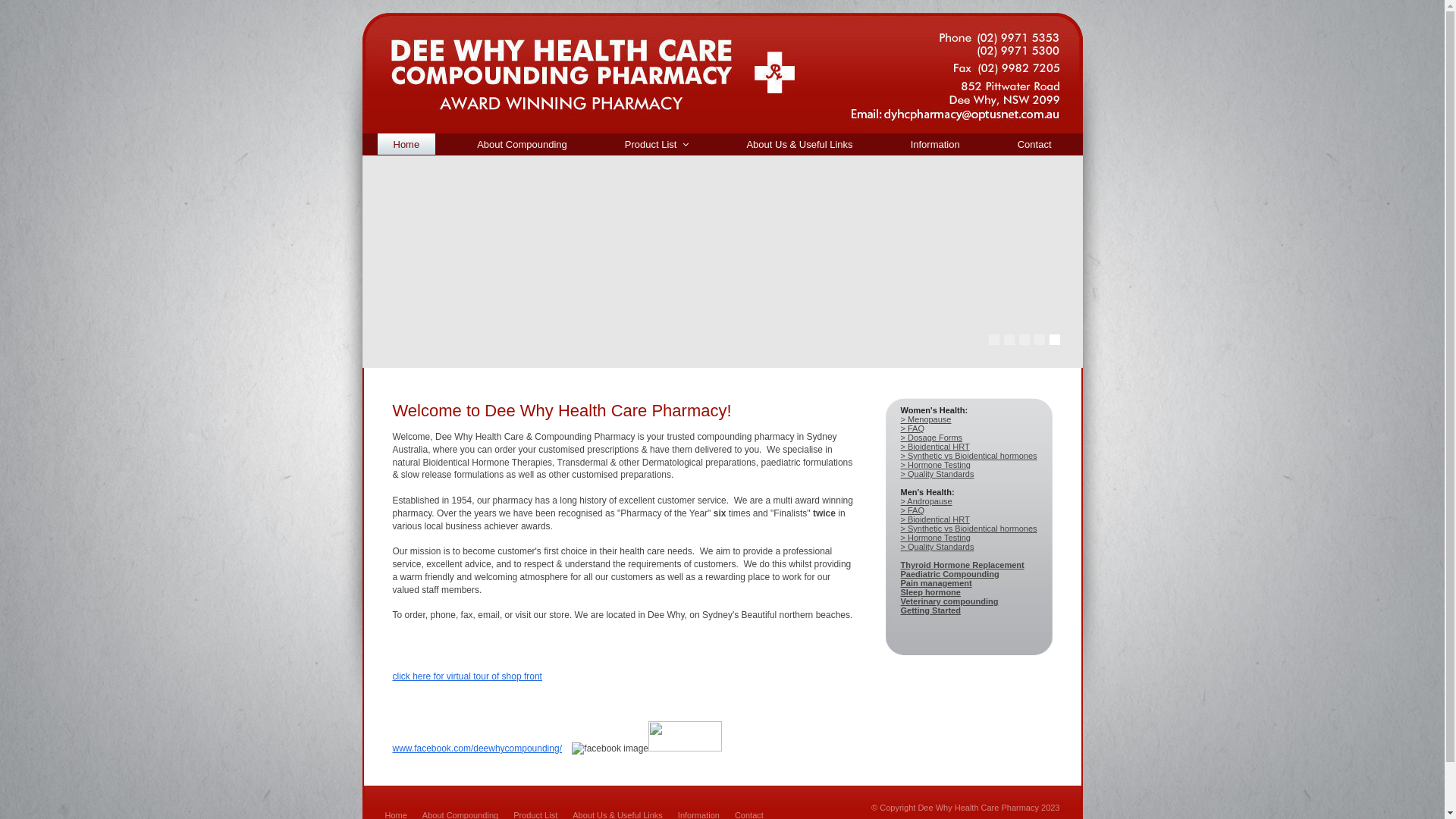  Describe the element at coordinates (460, 144) in the screenshot. I see `'About Compounding'` at that location.